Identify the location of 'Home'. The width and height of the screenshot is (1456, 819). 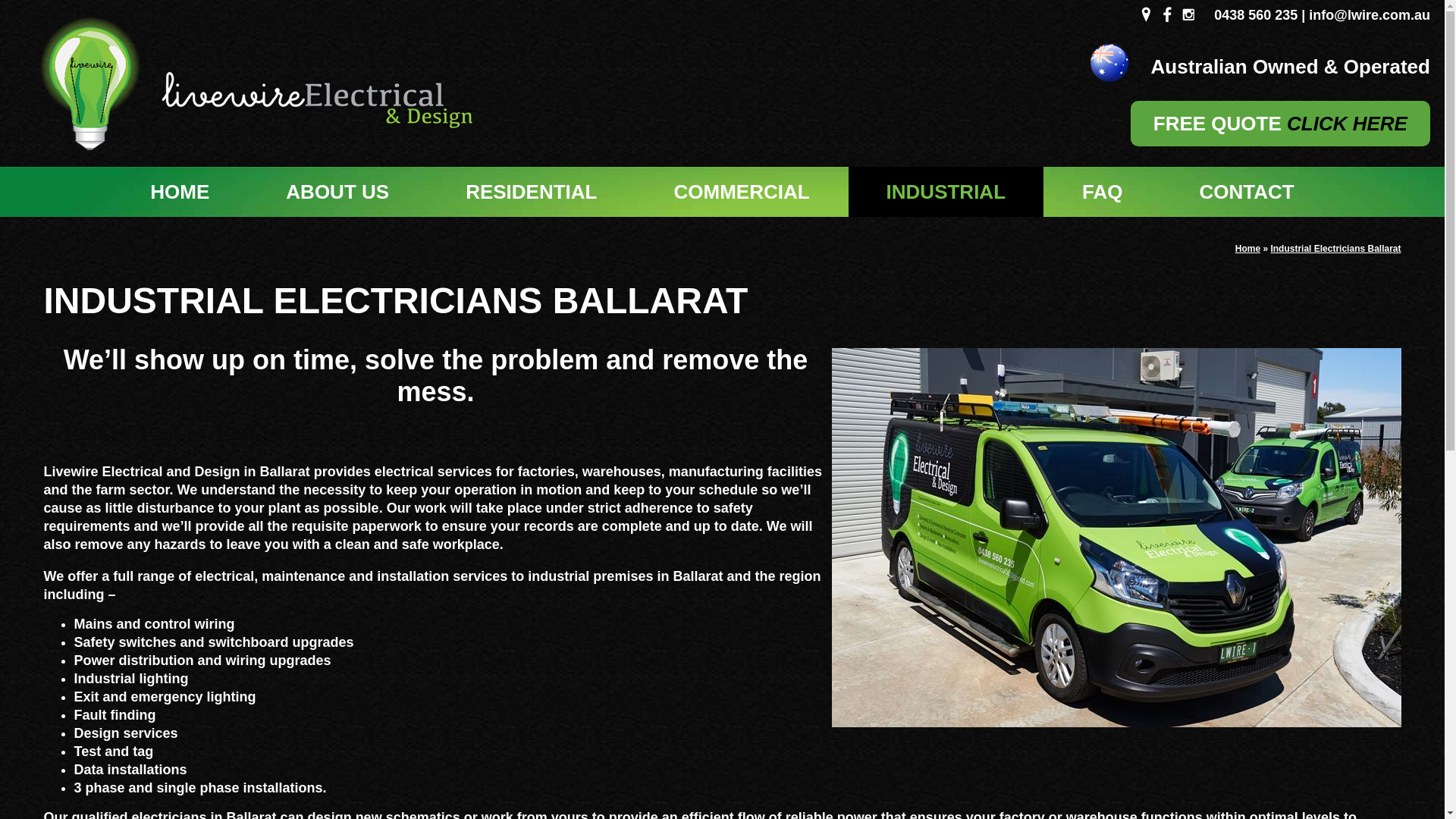
(1247, 247).